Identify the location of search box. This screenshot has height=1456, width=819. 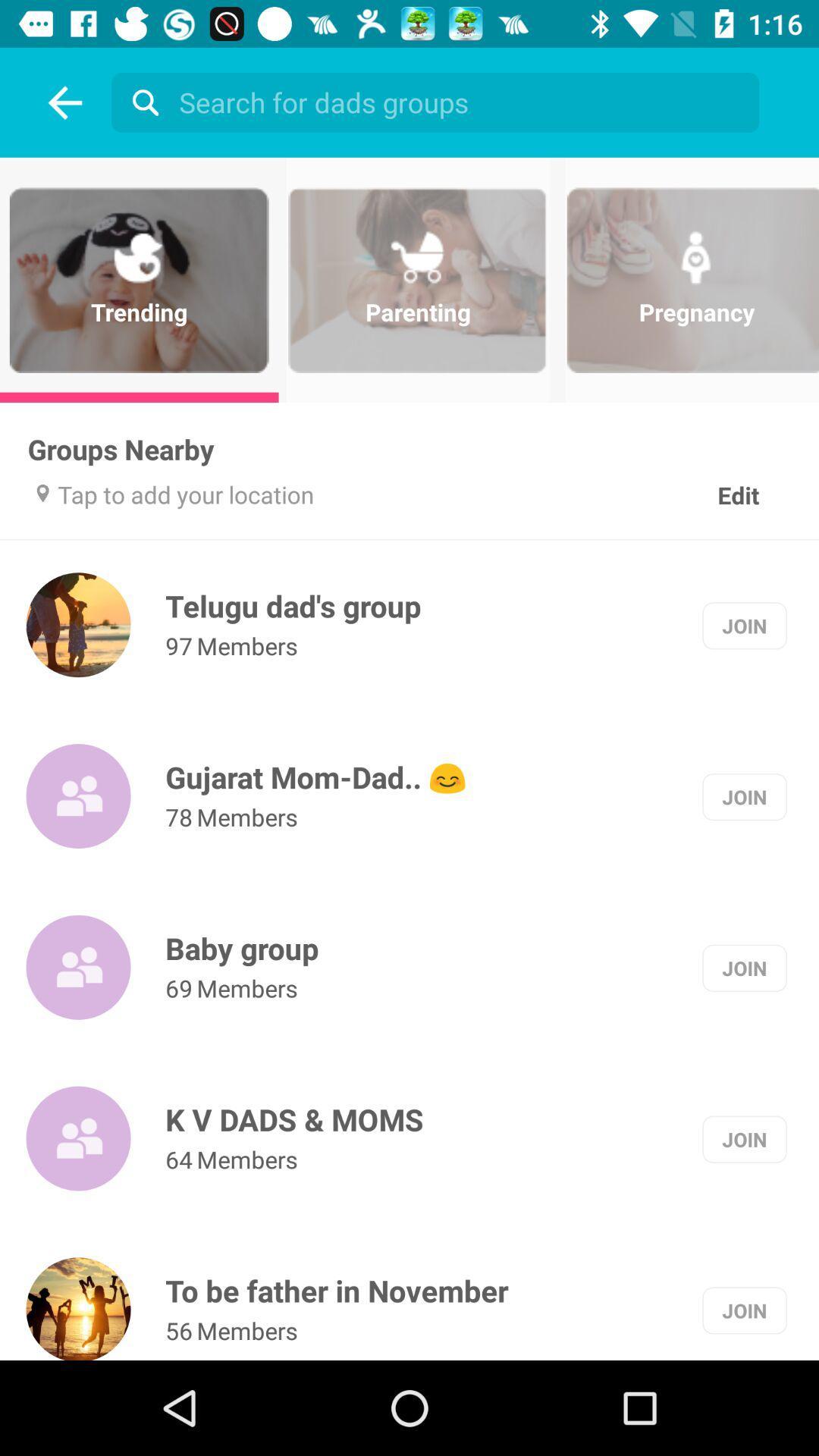
(439, 101).